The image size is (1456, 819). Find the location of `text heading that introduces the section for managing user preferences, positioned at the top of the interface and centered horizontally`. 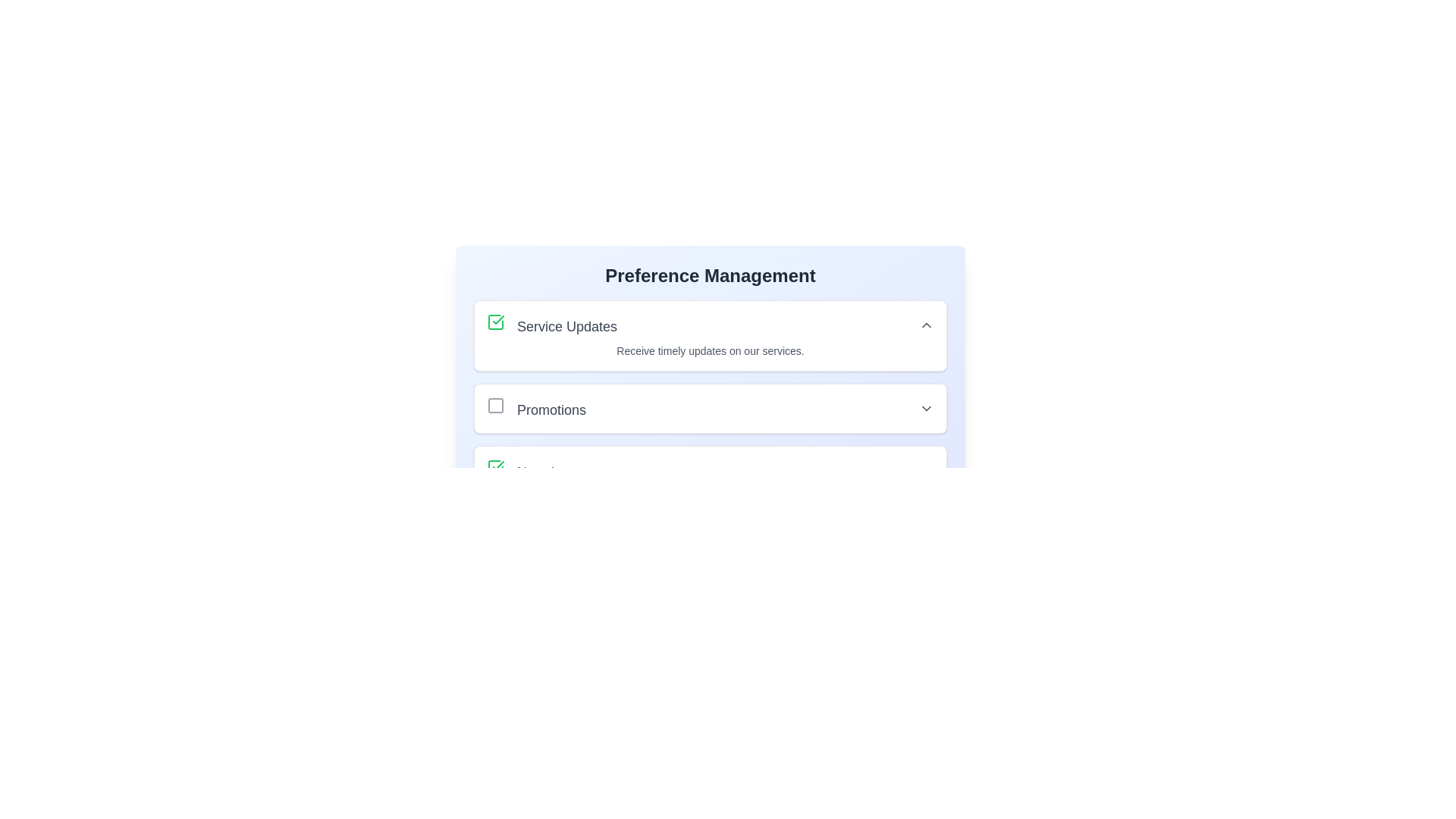

text heading that introduces the section for managing user preferences, positioned at the top of the interface and centered horizontally is located at coordinates (709, 275).